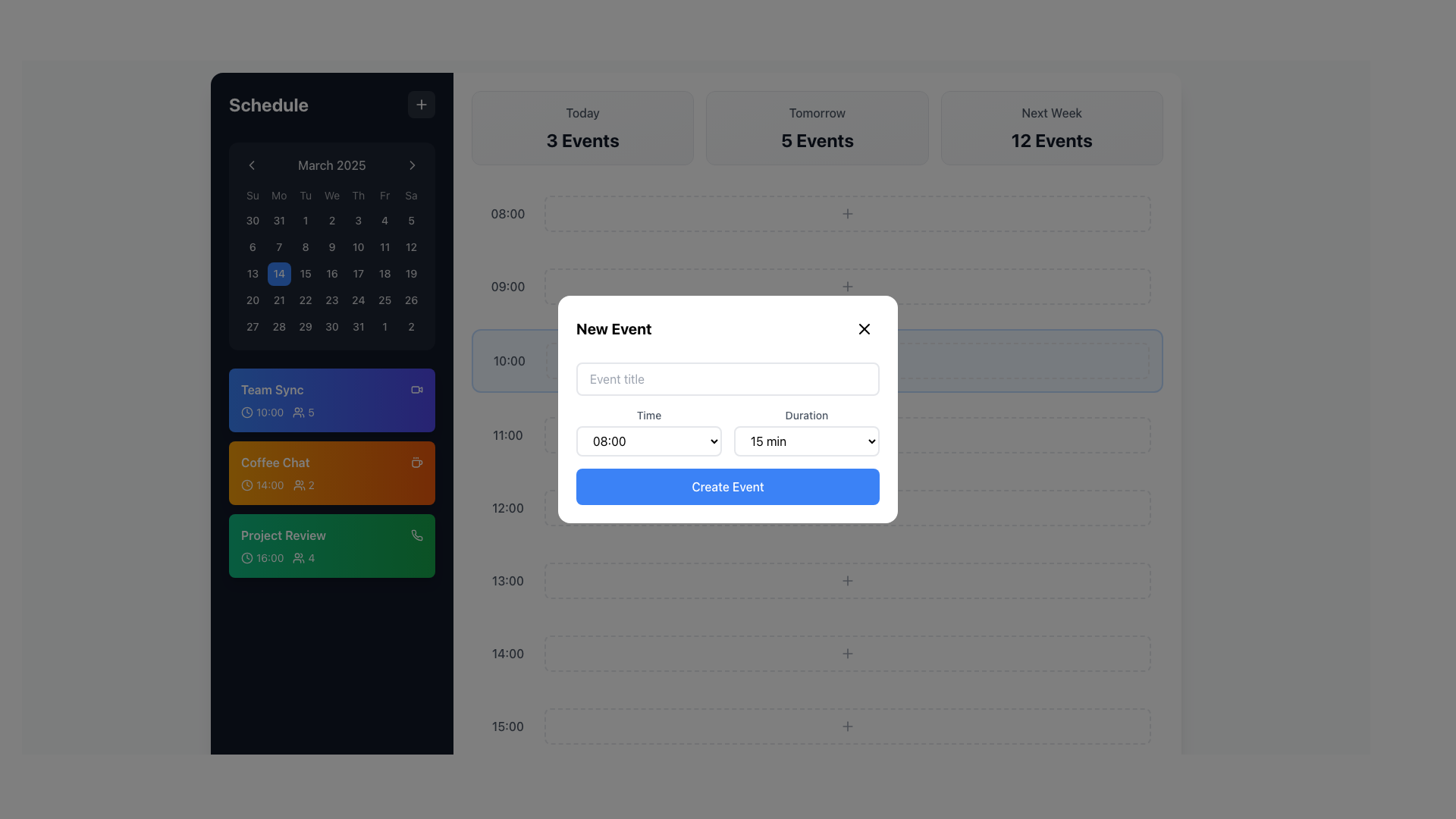 Image resolution: width=1456 pixels, height=819 pixels. What do you see at coordinates (331, 165) in the screenshot?
I see `the text label displaying the current month and year, which reads 'March 2025', located at the top section of the calendar widget` at bounding box center [331, 165].